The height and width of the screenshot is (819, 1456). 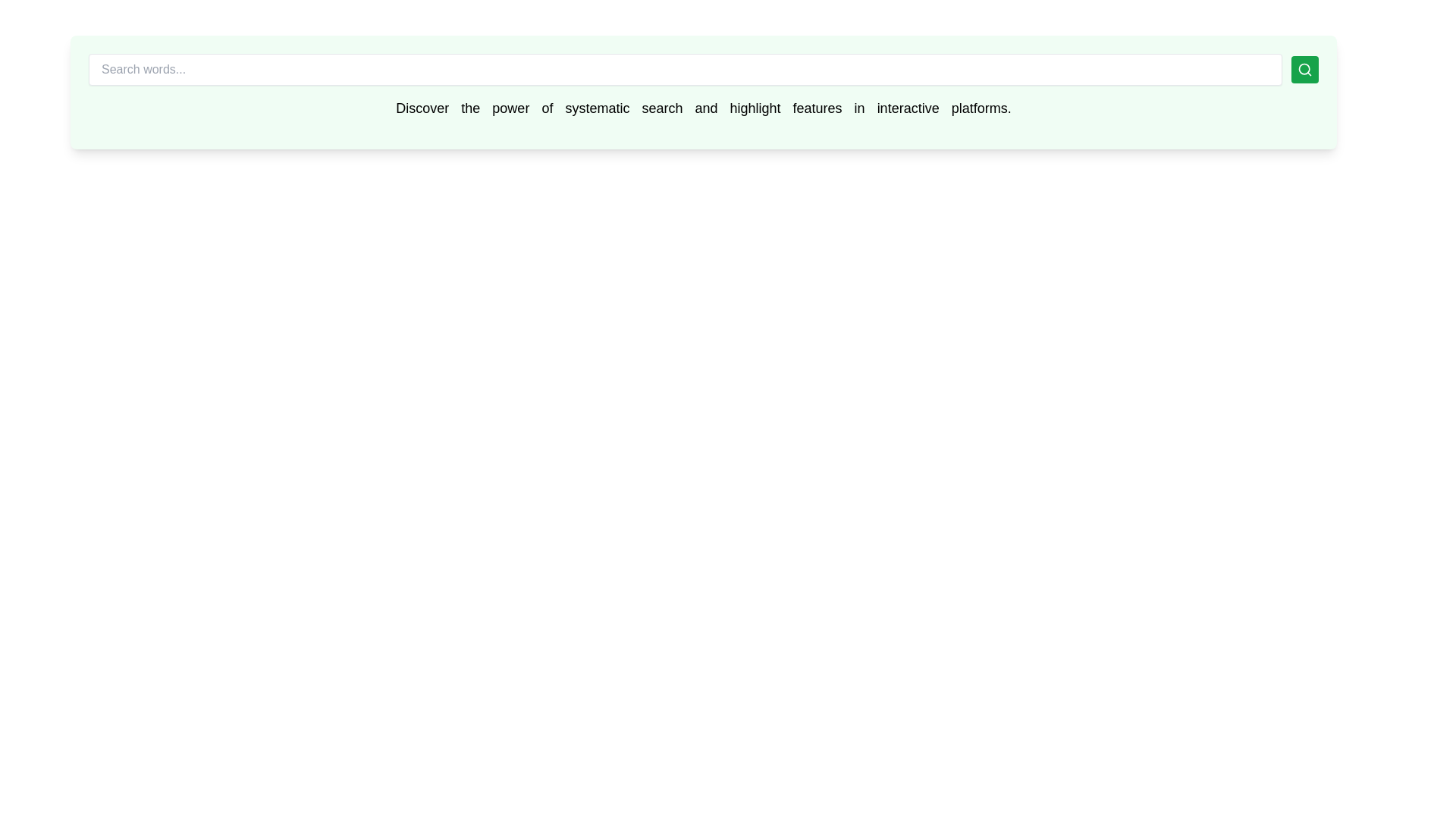 I want to click on the text element displaying 'search', which is the sixth word in a horizontally aligned sentence, styled with a hover effect that changes its background to green, so click(x=662, y=107).